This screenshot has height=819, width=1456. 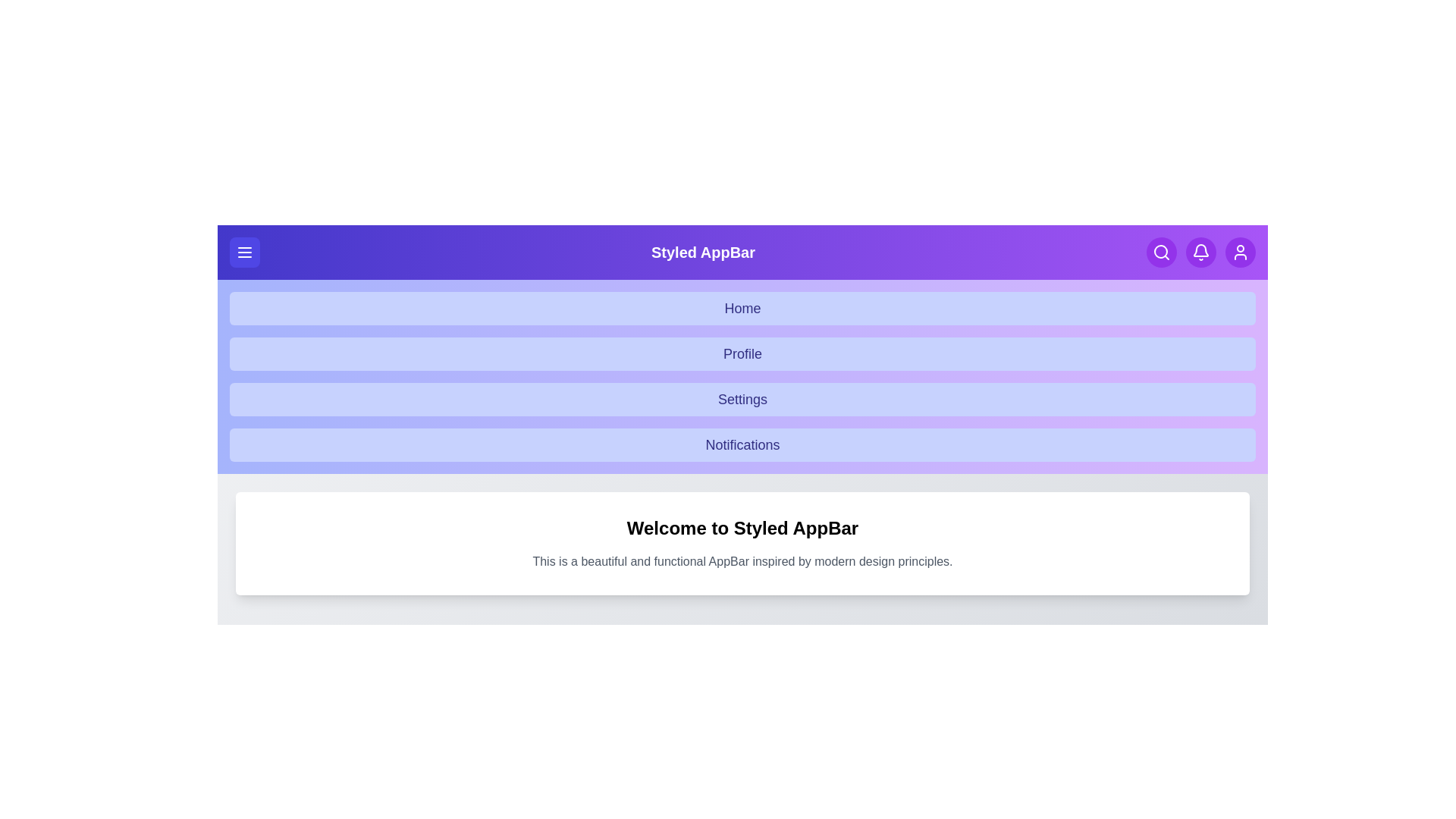 What do you see at coordinates (742, 353) in the screenshot?
I see `the navigation item labeled Profile` at bounding box center [742, 353].